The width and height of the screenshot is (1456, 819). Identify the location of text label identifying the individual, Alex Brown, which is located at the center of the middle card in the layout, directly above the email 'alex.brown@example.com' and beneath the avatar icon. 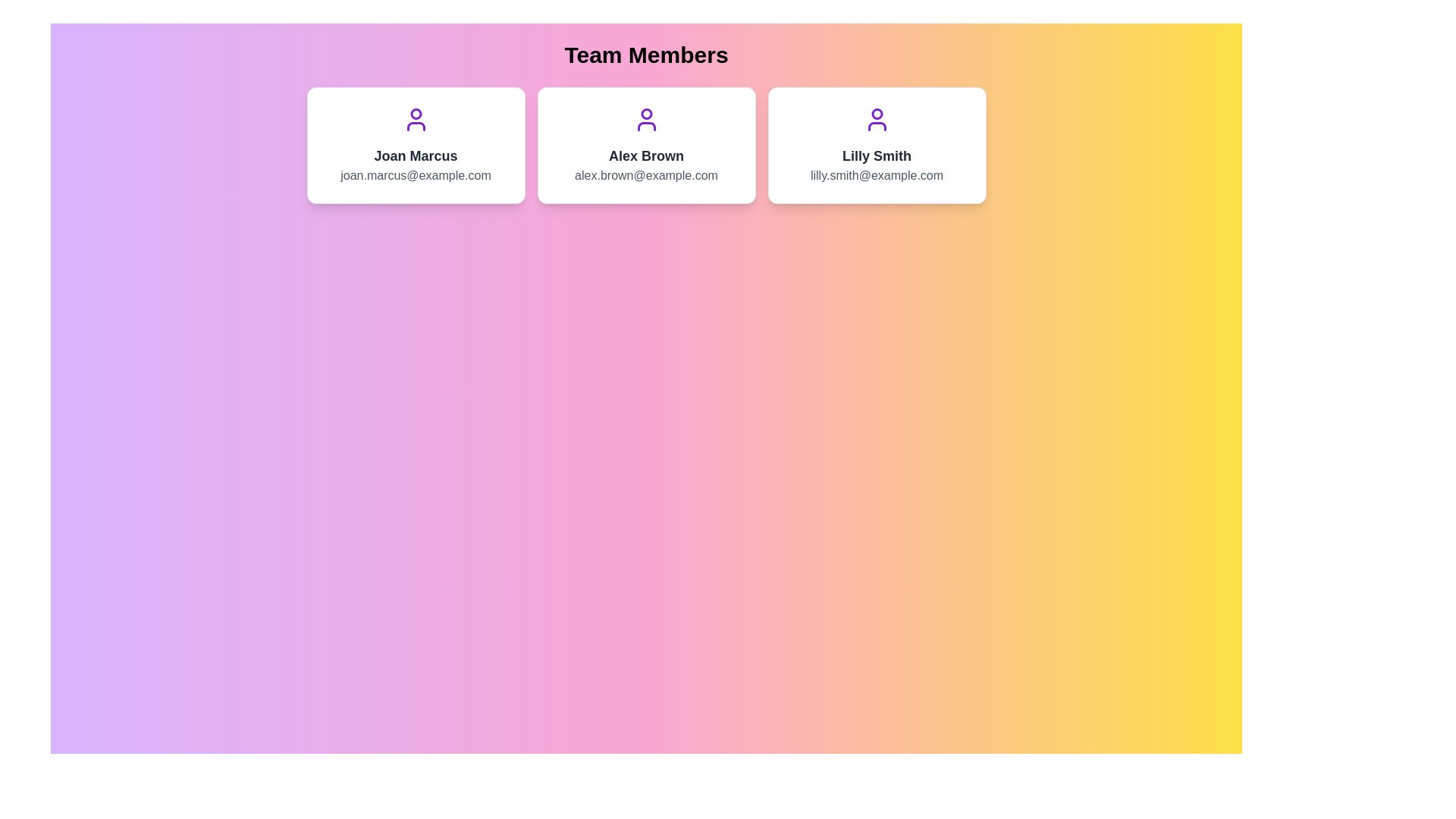
(646, 155).